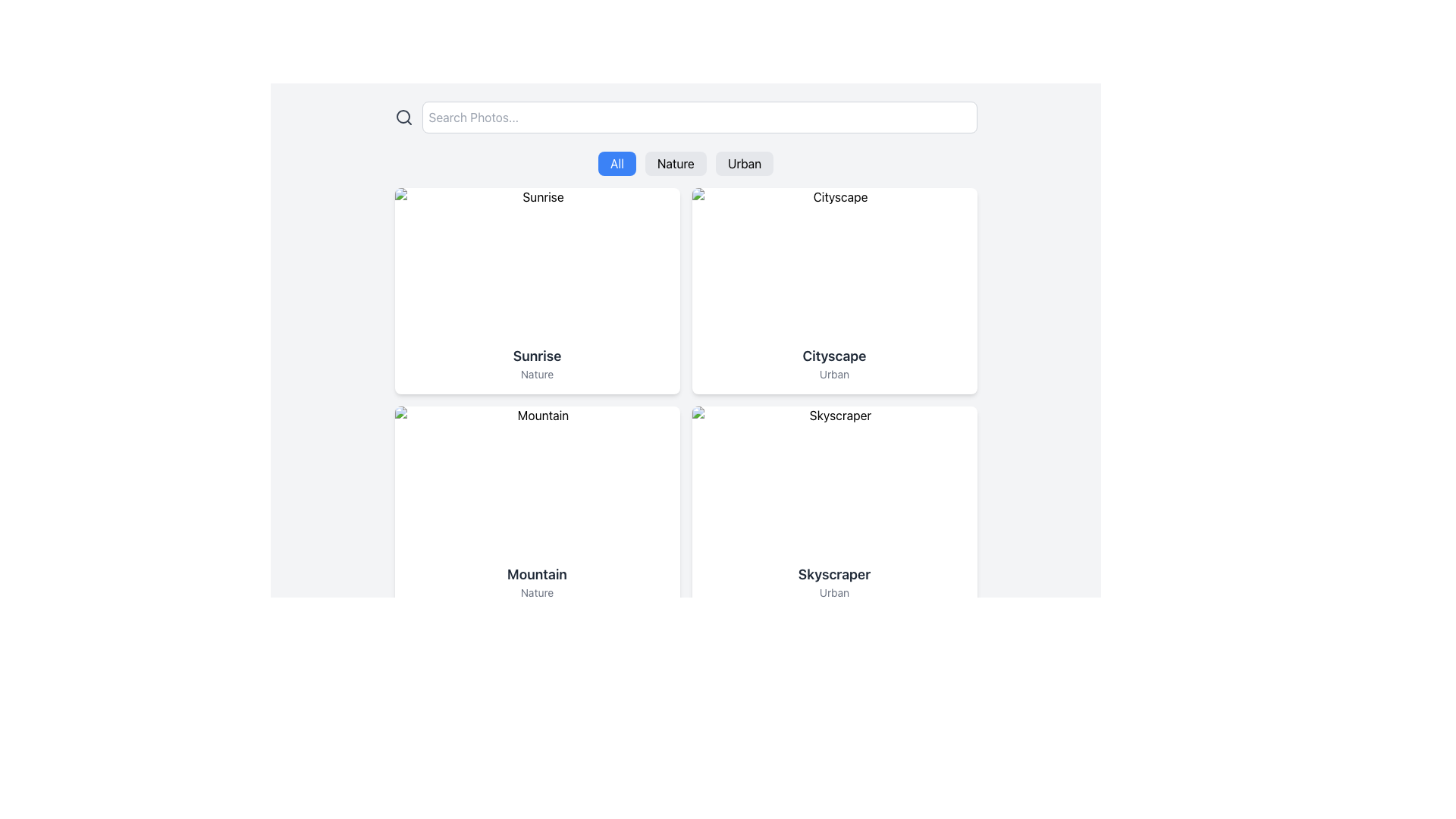 The height and width of the screenshot is (819, 1456). Describe the element at coordinates (833, 363) in the screenshot. I see `the text label positioned at the lower section of the rectangular card` at that location.